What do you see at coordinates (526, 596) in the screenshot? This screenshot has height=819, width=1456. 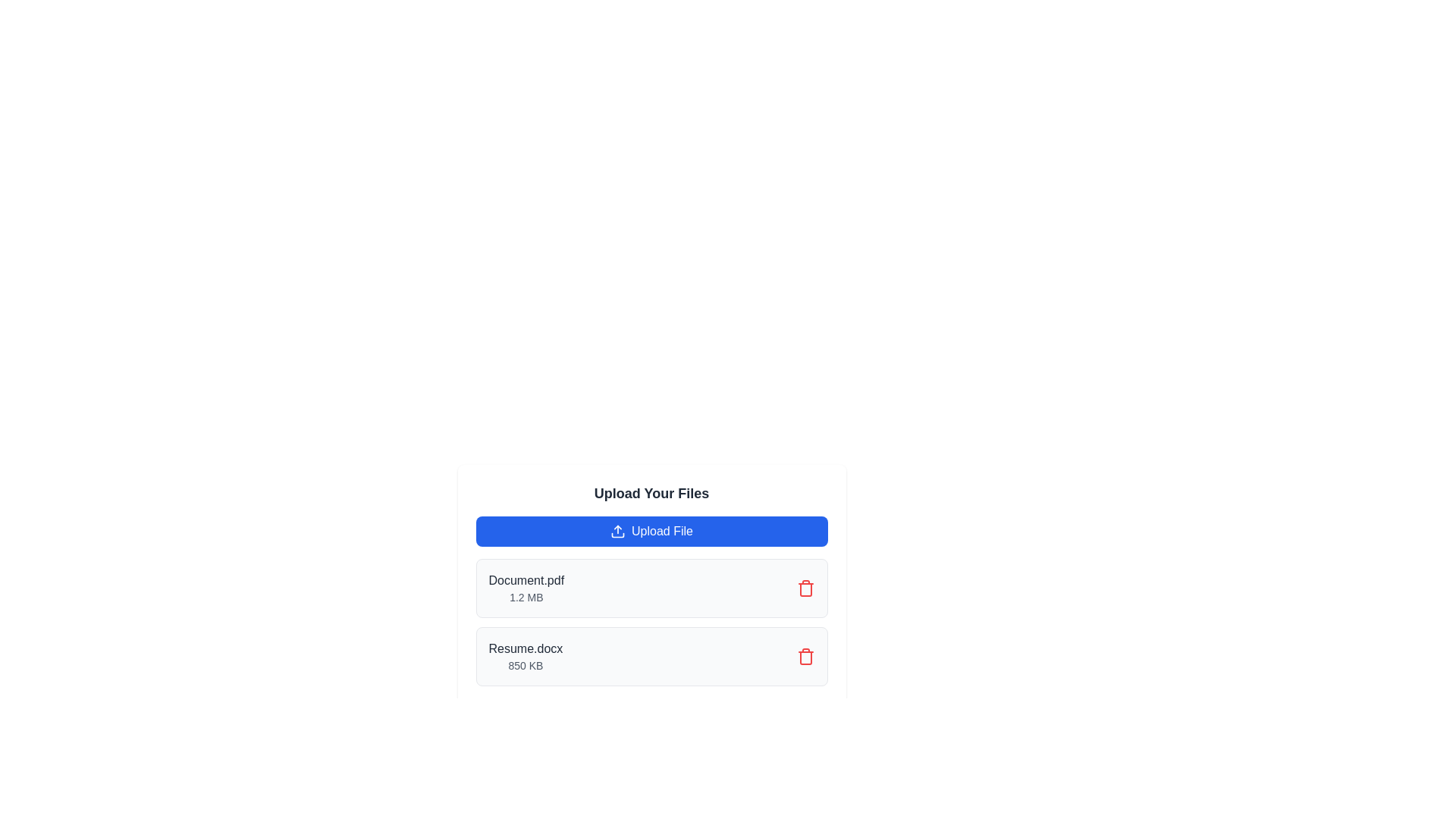 I see `the text label displaying '1.2 MB', which is located below the file name 'Document.pdf' in the document list` at bounding box center [526, 596].